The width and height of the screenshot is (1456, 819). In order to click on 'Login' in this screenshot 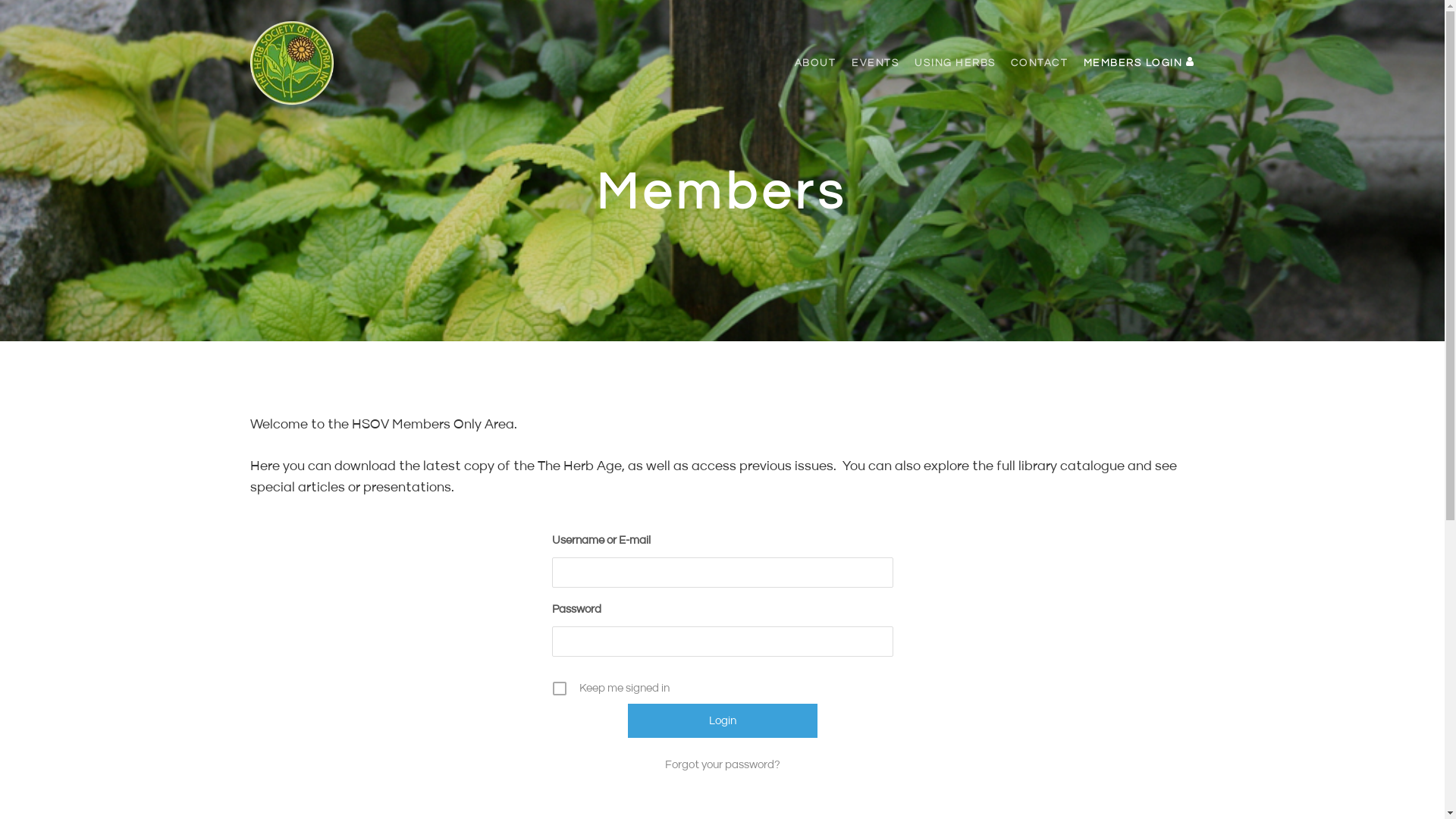, I will do `click(722, 720)`.